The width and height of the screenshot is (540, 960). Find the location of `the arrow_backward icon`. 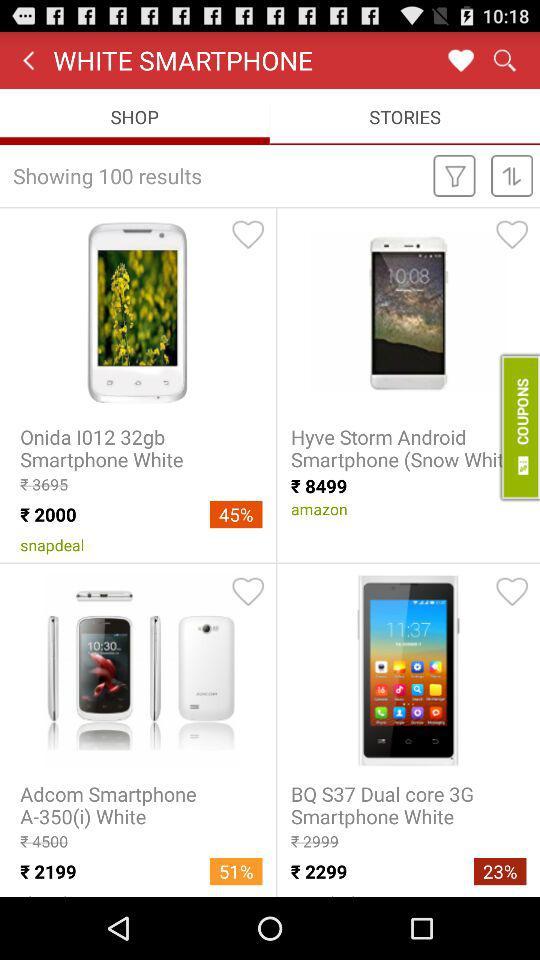

the arrow_backward icon is located at coordinates (27, 64).